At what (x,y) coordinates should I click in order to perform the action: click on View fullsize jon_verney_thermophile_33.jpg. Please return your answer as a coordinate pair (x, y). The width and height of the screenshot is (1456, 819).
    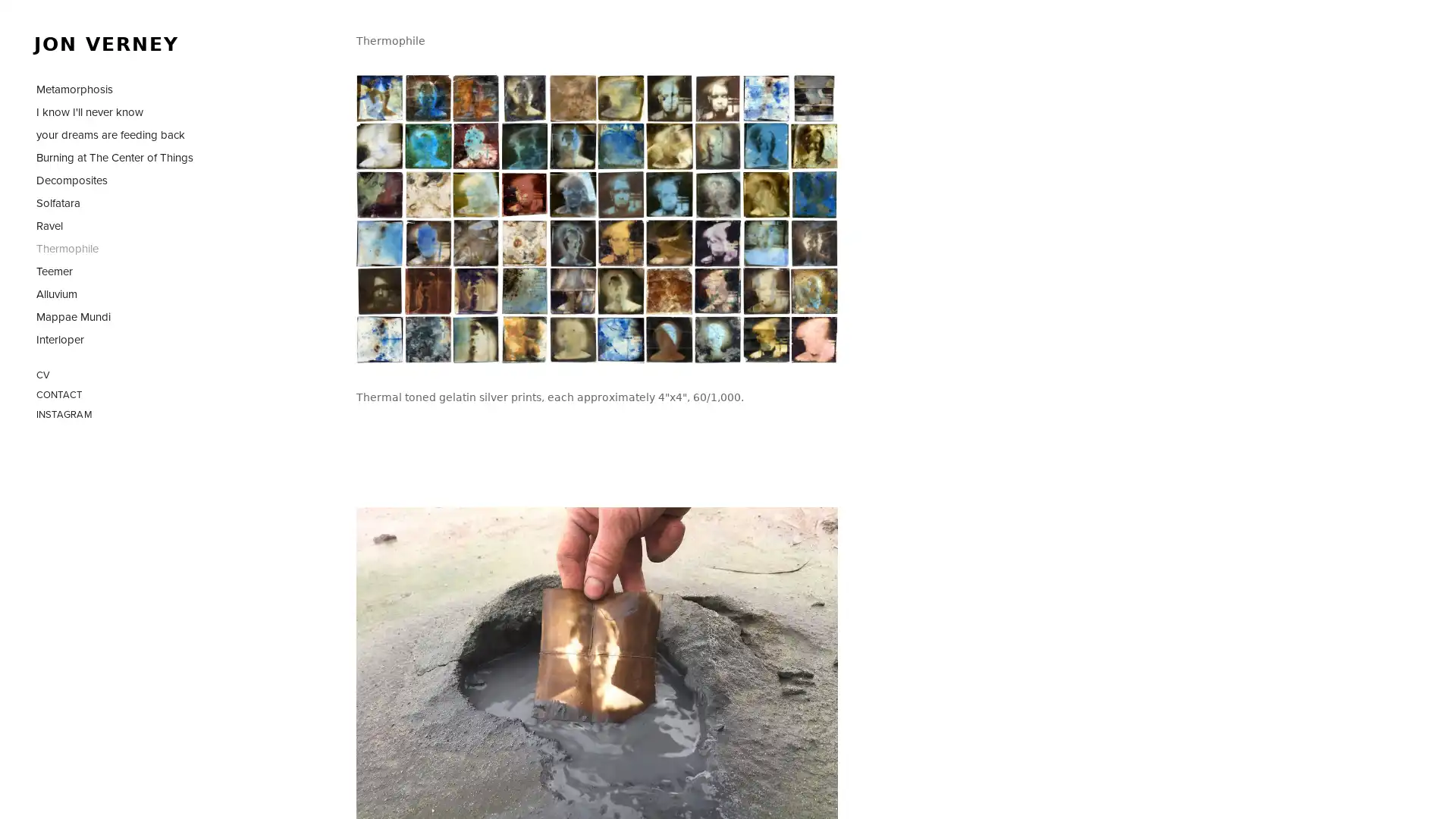
    Looking at the image, I should click on (668, 242).